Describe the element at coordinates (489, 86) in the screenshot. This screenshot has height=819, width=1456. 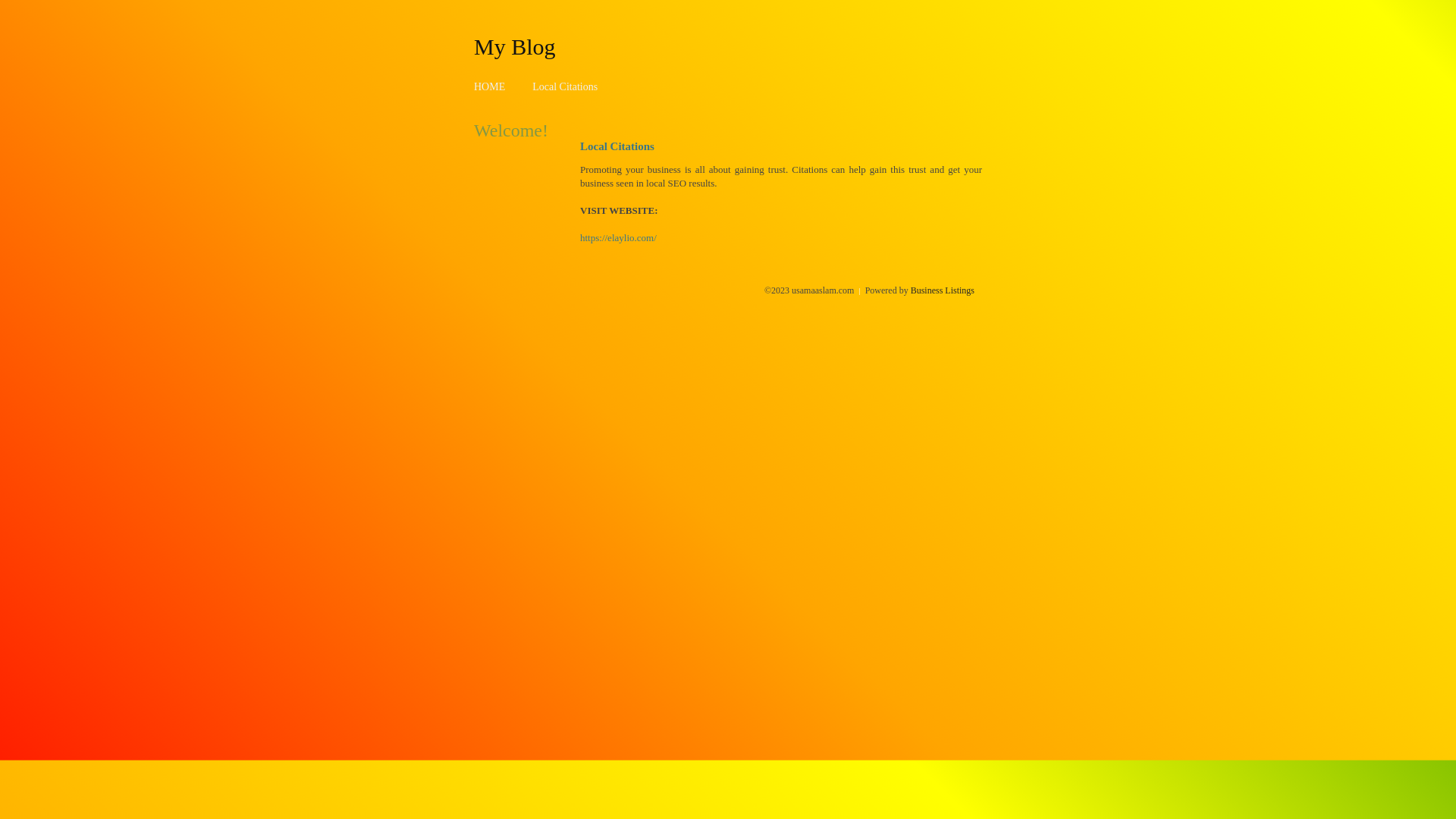
I see `'HOME'` at that location.